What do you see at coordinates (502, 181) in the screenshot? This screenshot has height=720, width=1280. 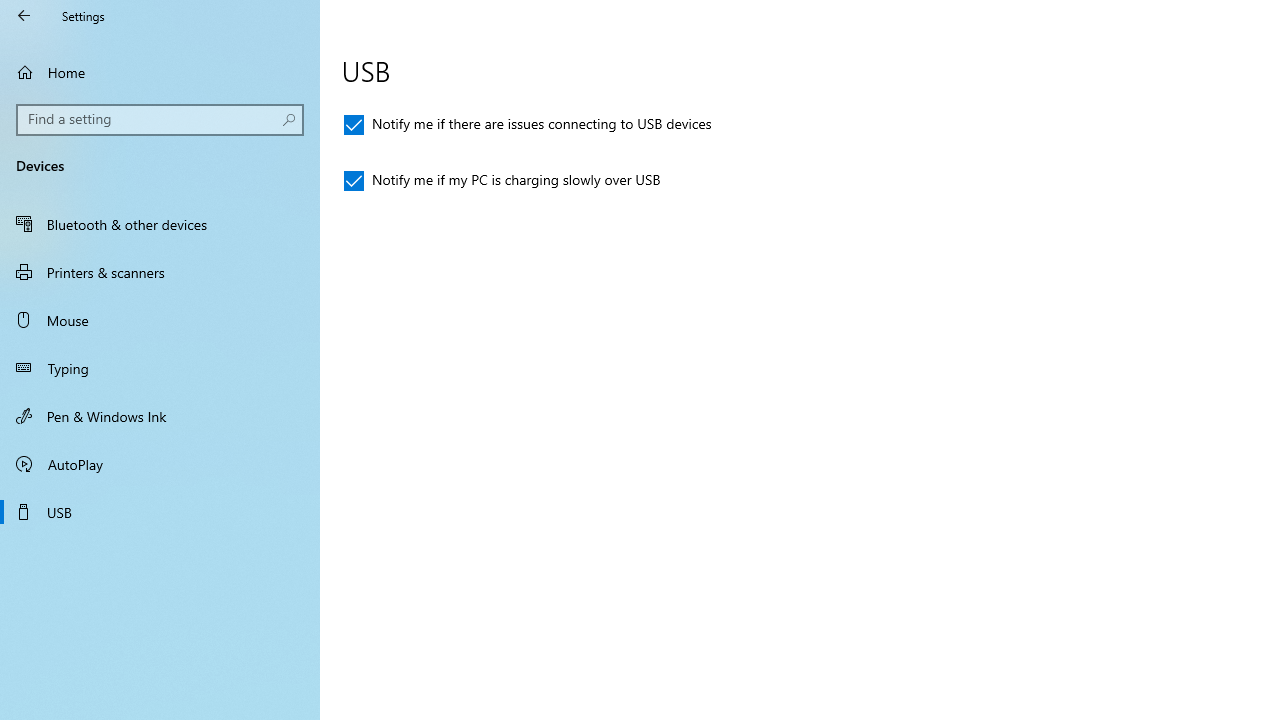 I see `'Notify me if my PC is charging slowly over USB'` at bounding box center [502, 181].